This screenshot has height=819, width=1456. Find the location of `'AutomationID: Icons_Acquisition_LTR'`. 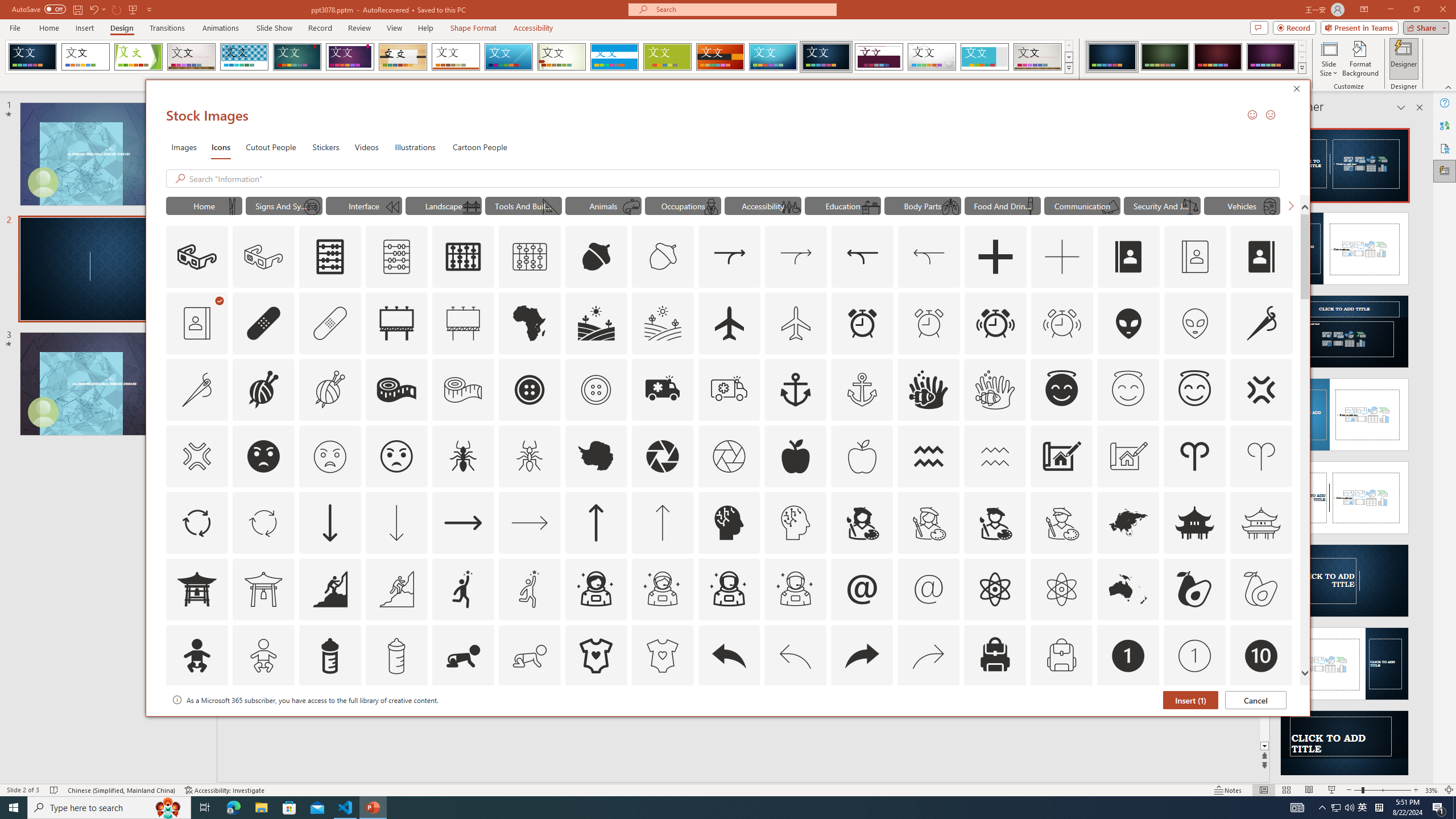

'AutomationID: Icons_Acquisition_LTR' is located at coordinates (729, 257).